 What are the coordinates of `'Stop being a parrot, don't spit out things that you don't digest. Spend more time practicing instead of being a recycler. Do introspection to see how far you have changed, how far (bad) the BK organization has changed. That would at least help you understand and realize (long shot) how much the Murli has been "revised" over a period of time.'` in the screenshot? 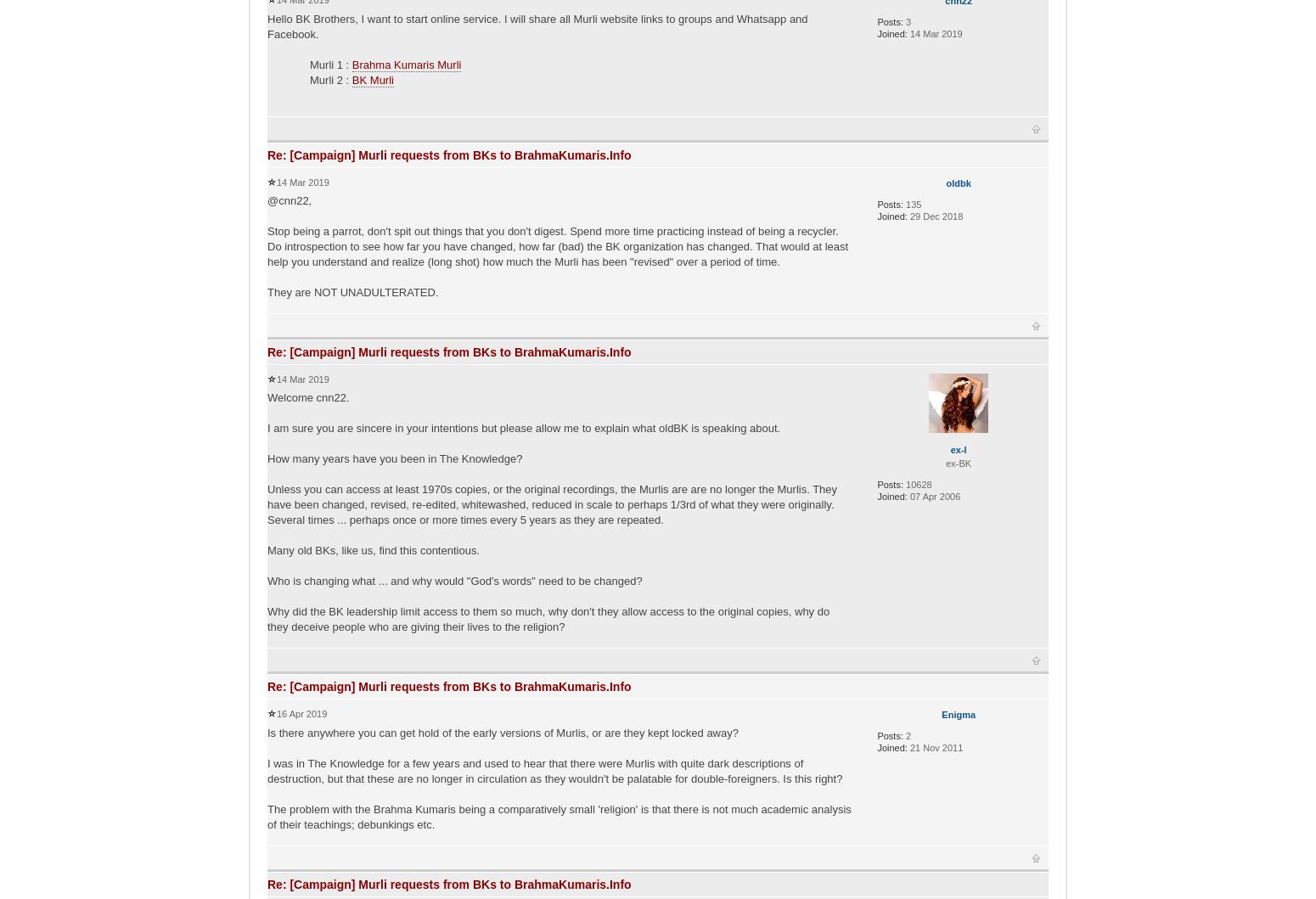 It's located at (557, 246).